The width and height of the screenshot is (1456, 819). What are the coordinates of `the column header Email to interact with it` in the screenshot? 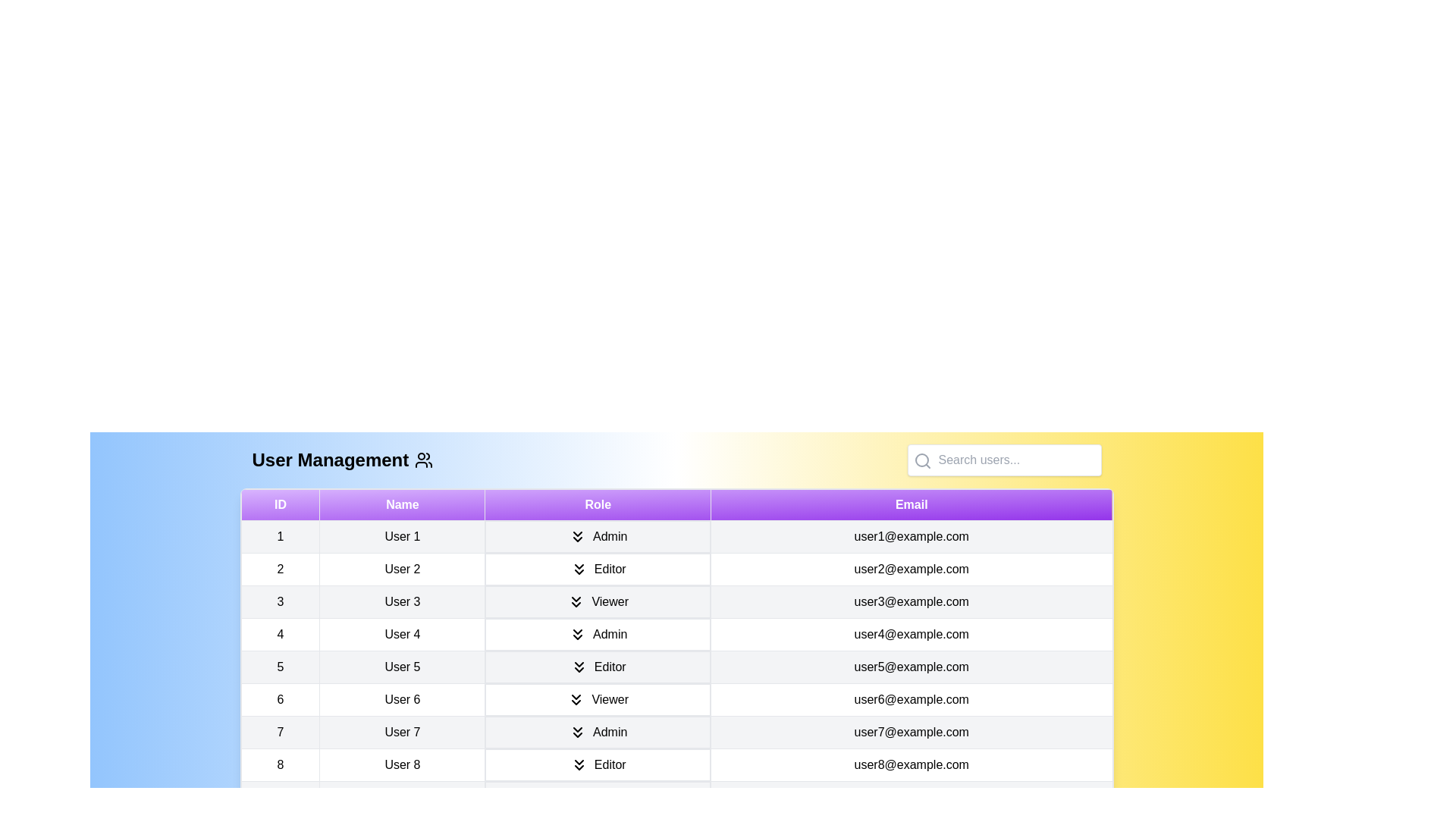 It's located at (911, 505).